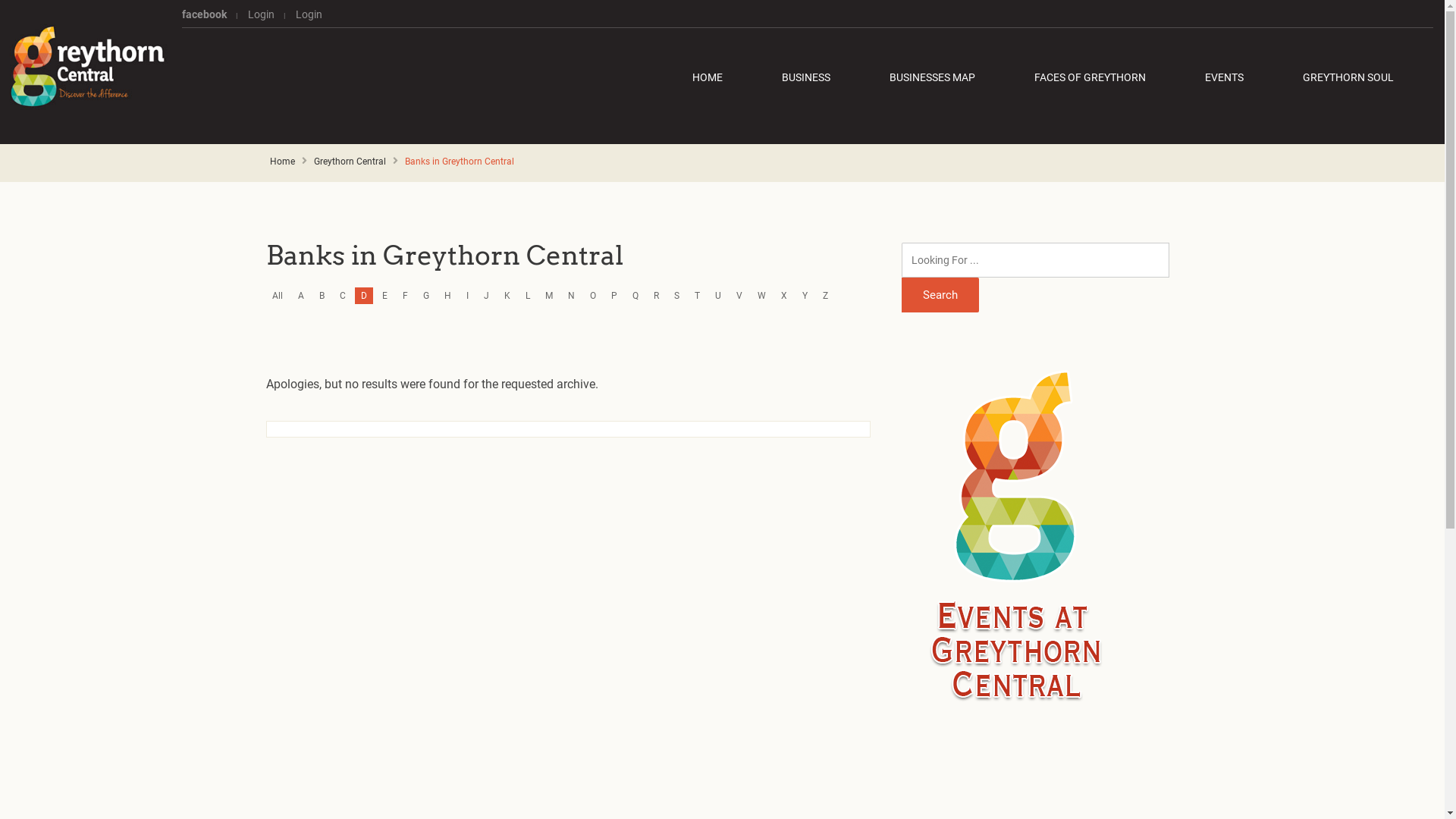 Image resolution: width=1456 pixels, height=819 pixels. What do you see at coordinates (321, 295) in the screenshot?
I see `'B'` at bounding box center [321, 295].